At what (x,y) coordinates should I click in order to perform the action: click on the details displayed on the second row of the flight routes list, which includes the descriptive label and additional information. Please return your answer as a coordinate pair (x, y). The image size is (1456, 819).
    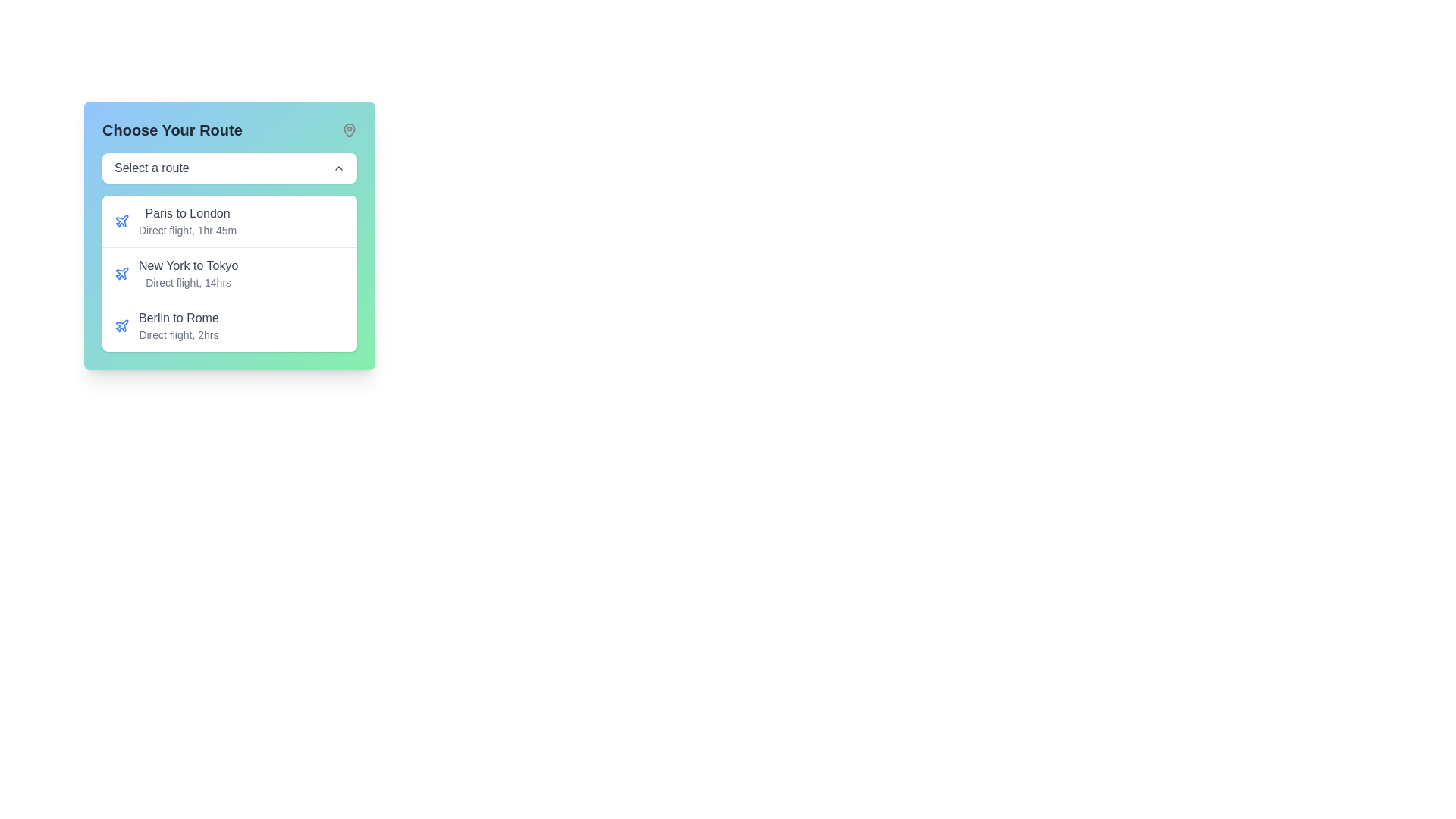
    Looking at the image, I should click on (228, 274).